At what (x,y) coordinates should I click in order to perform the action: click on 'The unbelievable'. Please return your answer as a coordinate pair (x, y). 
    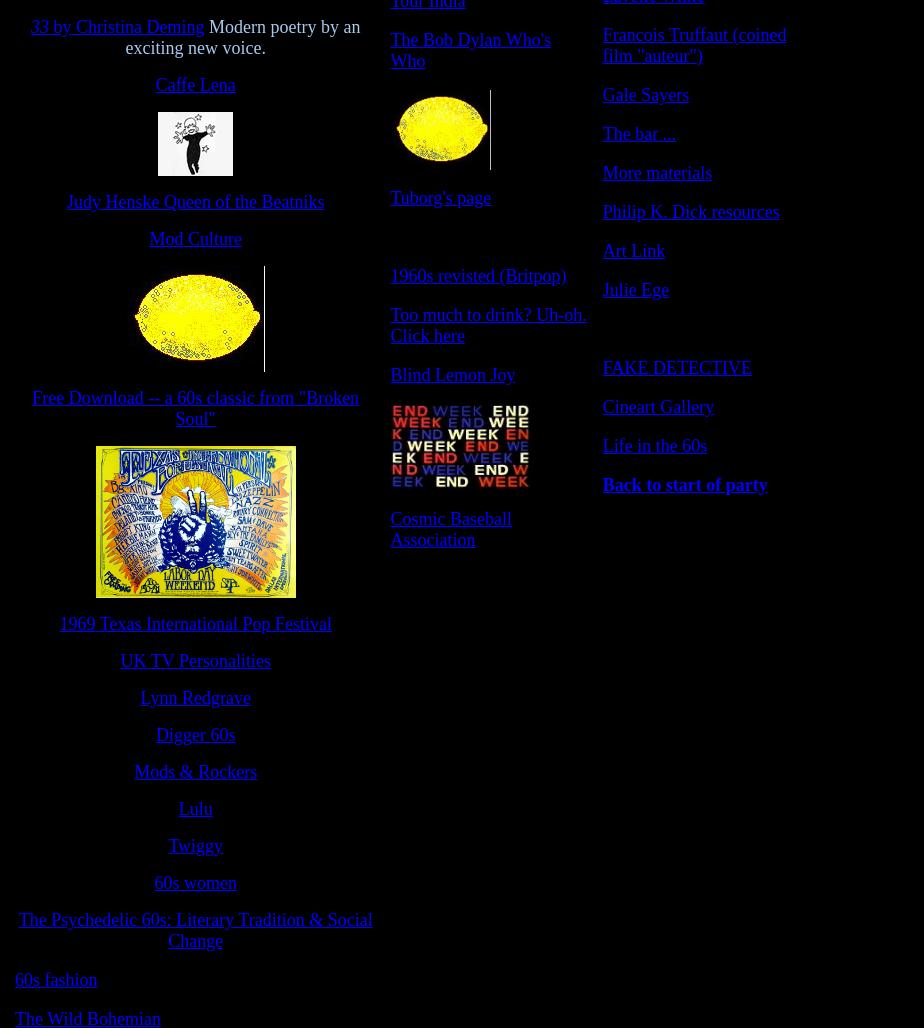
    Looking at the image, I should click on (663, 327).